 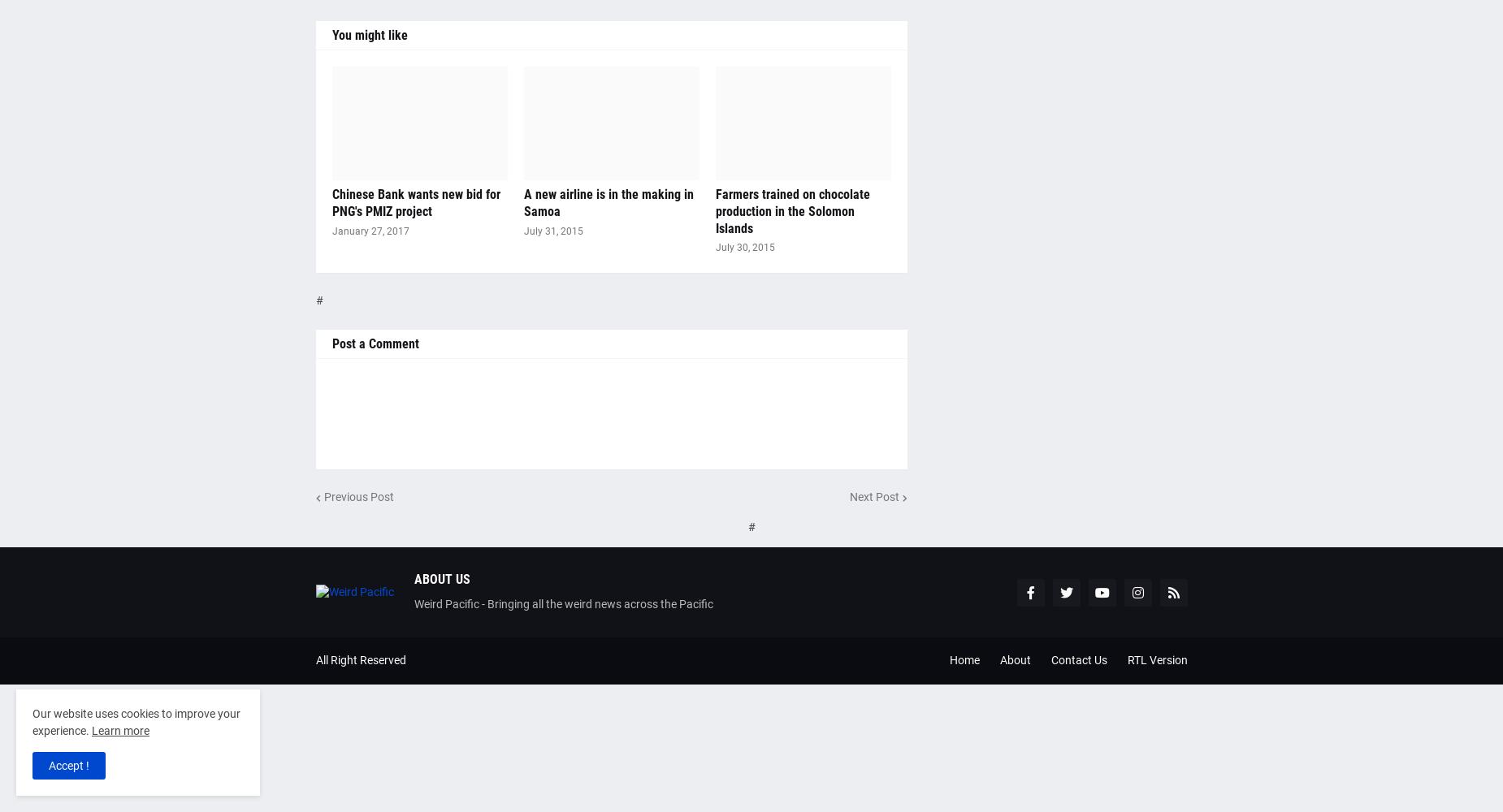 What do you see at coordinates (67, 765) in the screenshot?
I see `'Accept !'` at bounding box center [67, 765].